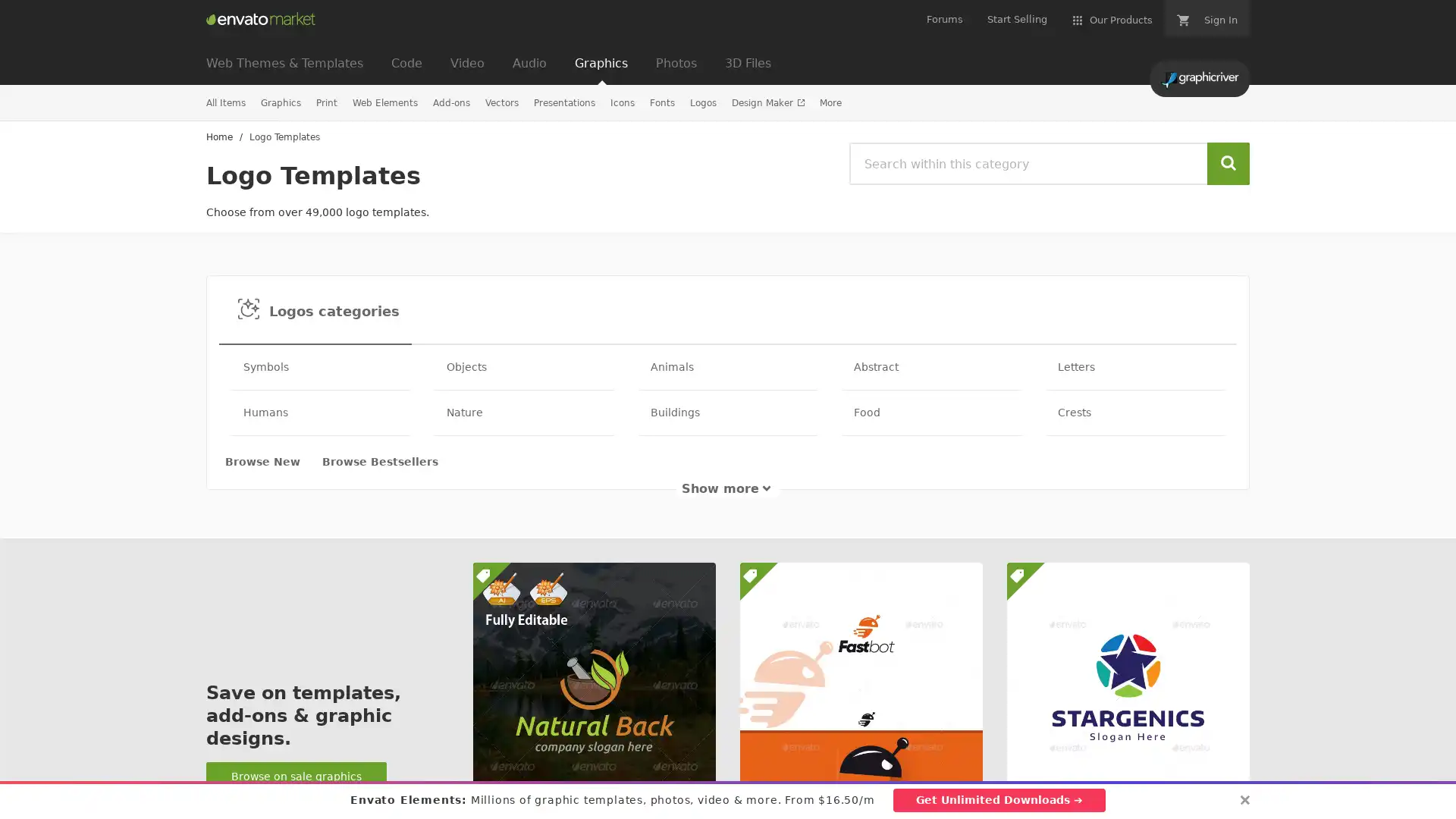 The image size is (1456, 819). I want to click on Add to collection, so click(655, 783).